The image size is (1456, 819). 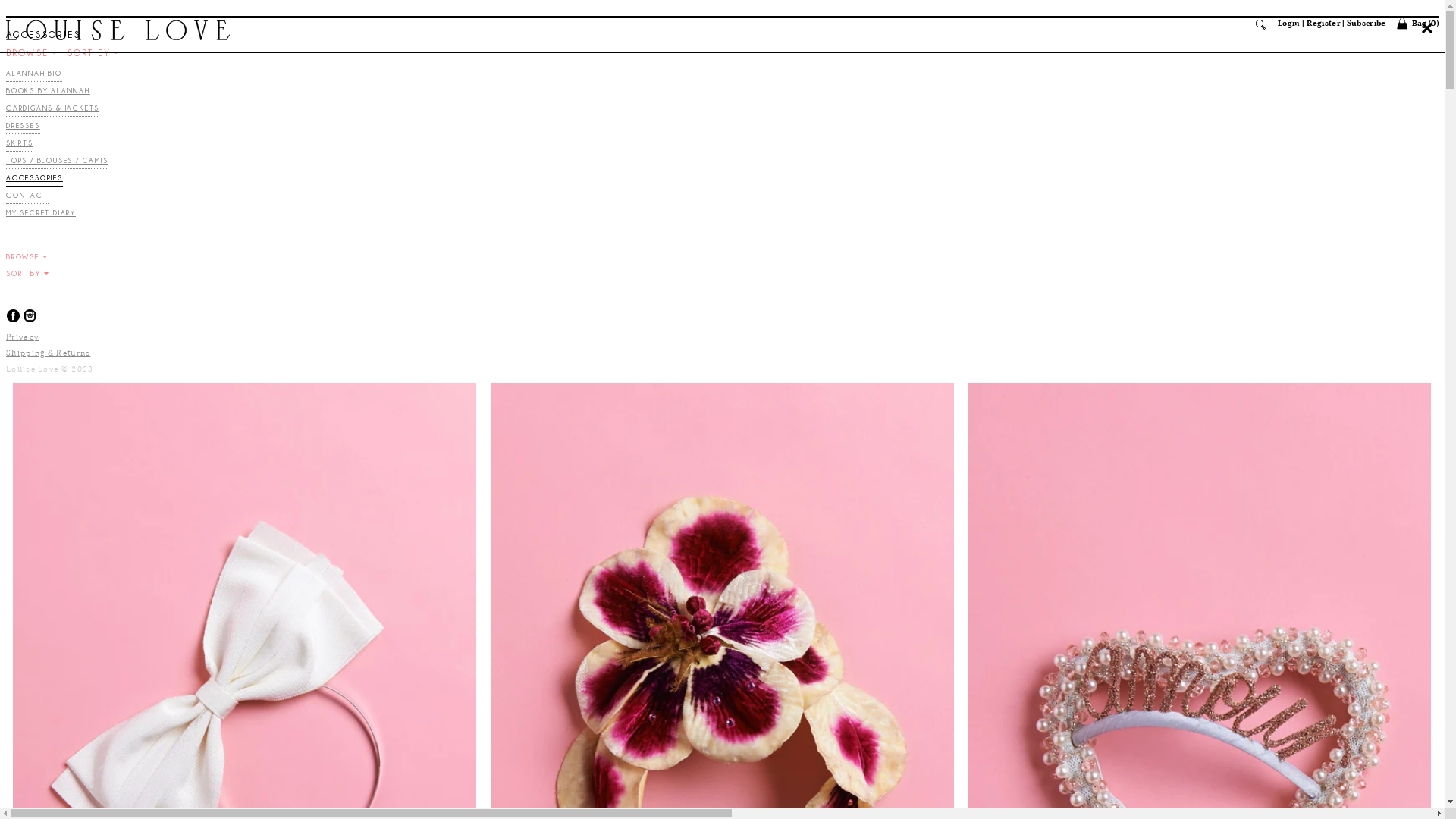 I want to click on 'ALANNAH BIO', so click(x=33, y=75).